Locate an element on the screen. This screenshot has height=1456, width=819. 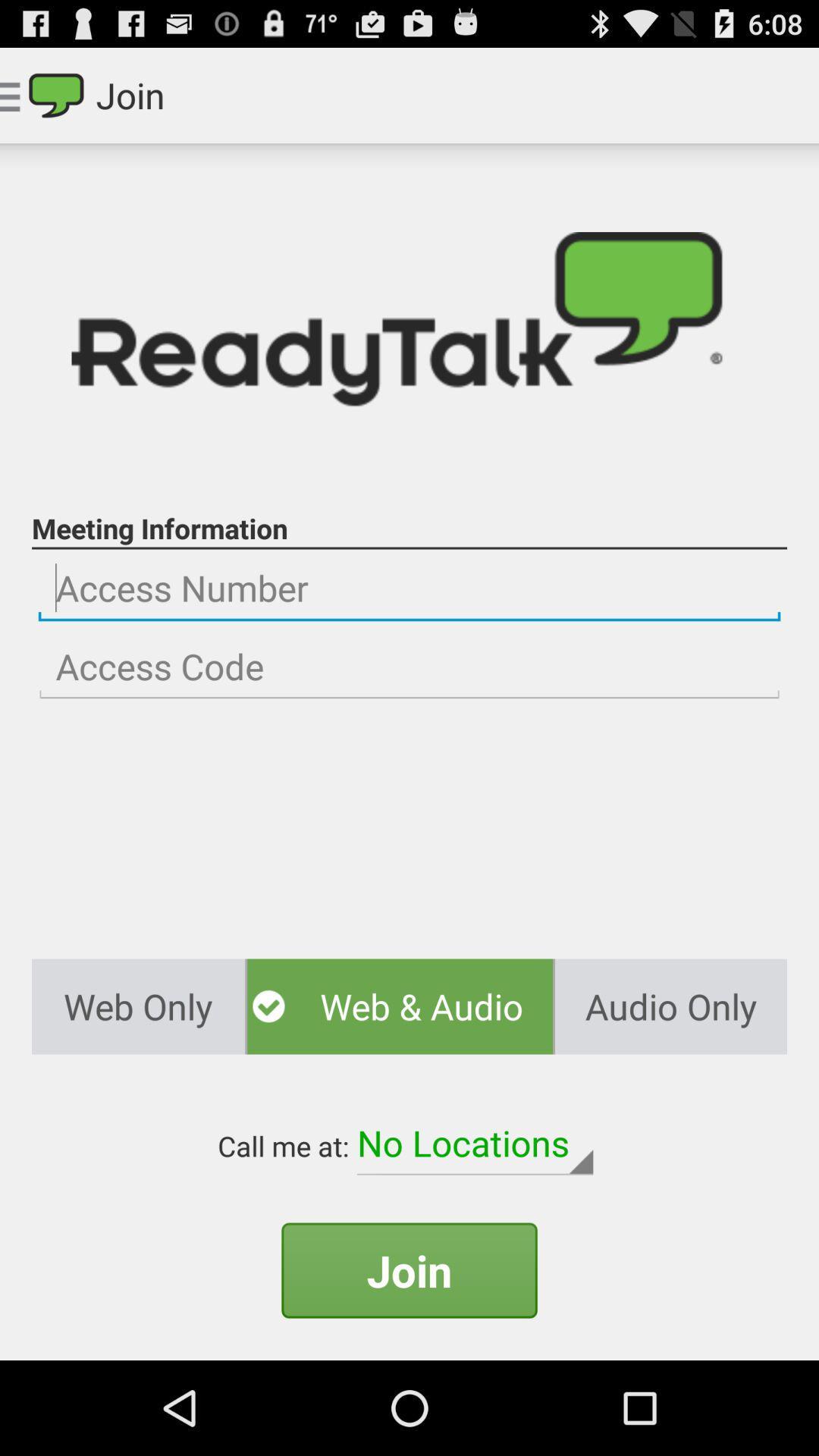
text field is located at coordinates (409, 588).